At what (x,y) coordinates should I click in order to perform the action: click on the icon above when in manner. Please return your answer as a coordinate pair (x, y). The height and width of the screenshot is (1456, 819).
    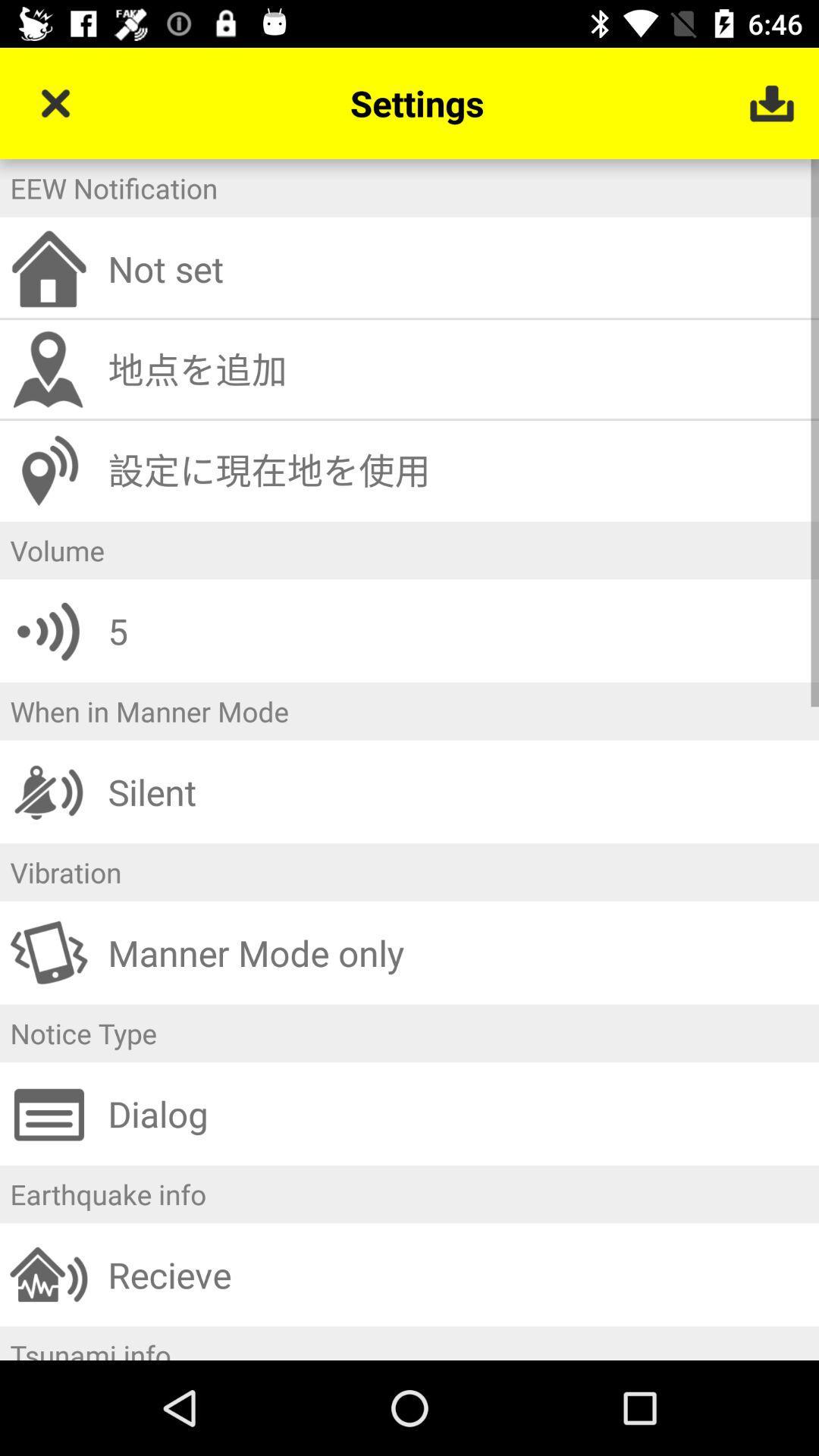
    Looking at the image, I should click on (457, 631).